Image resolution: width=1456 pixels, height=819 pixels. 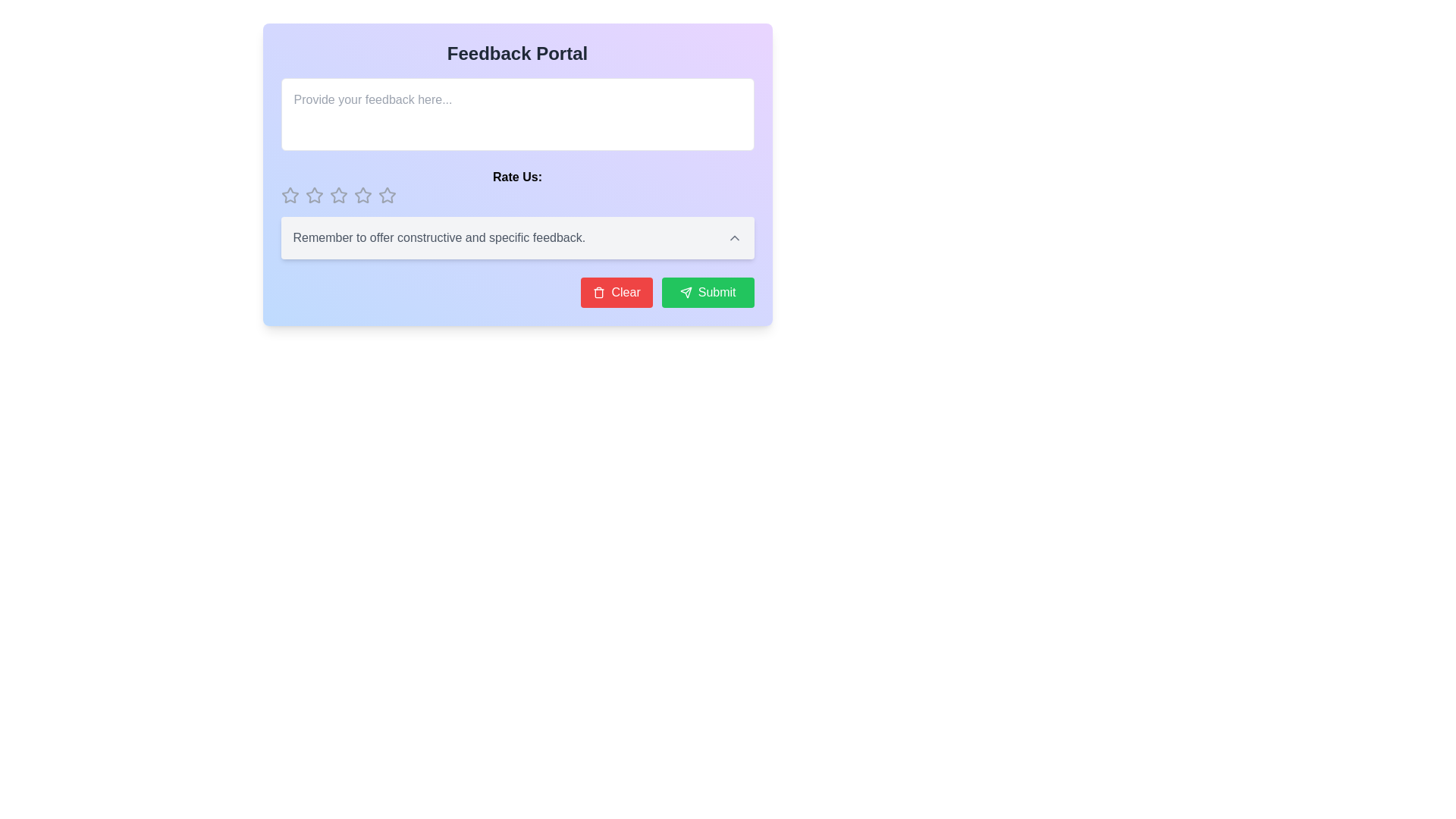 I want to click on the fourth star icon in the row of five stars used for rating, located below the 'Rate Us:' label, so click(x=337, y=195).